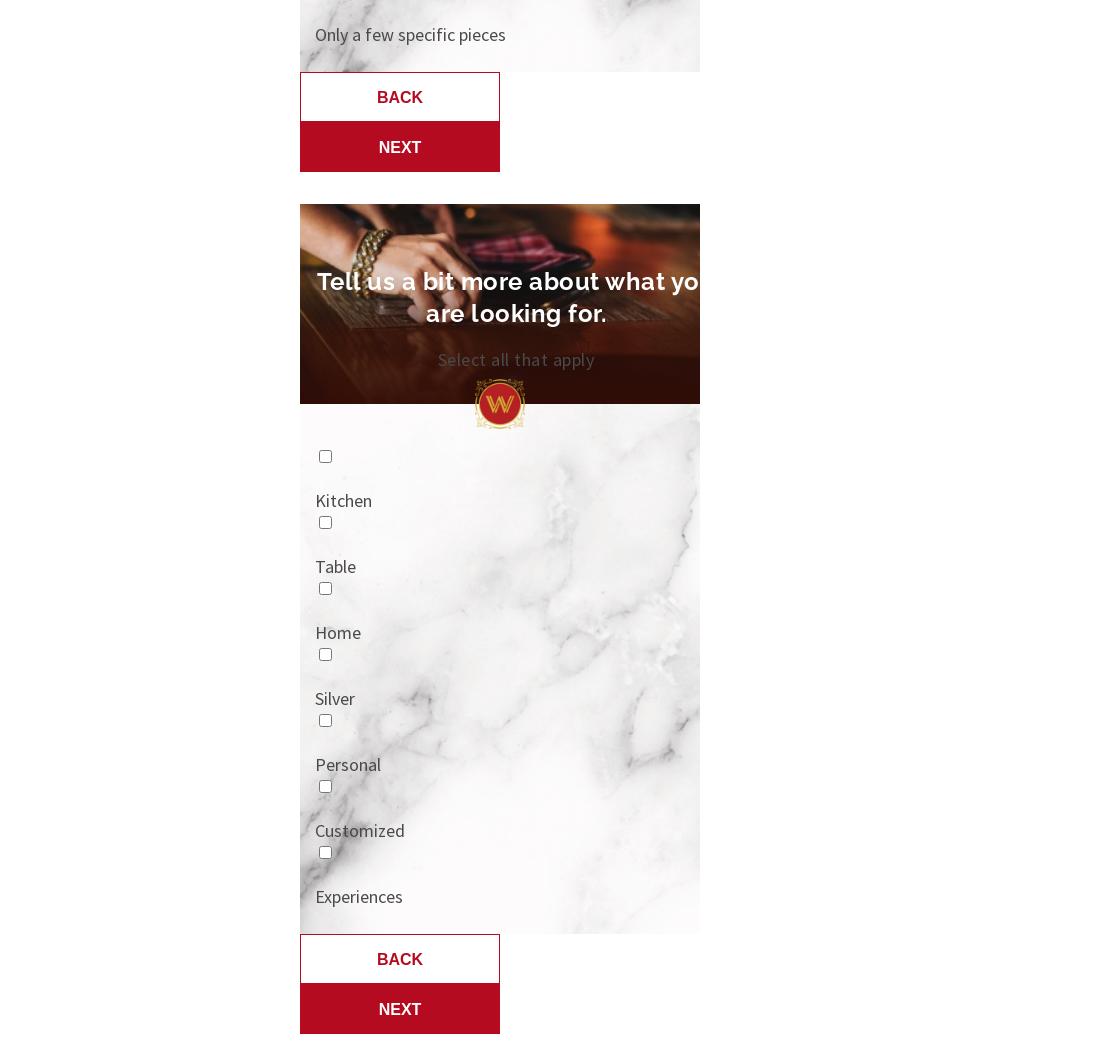  Describe the element at coordinates (313, 696) in the screenshot. I see `'Silver'` at that location.